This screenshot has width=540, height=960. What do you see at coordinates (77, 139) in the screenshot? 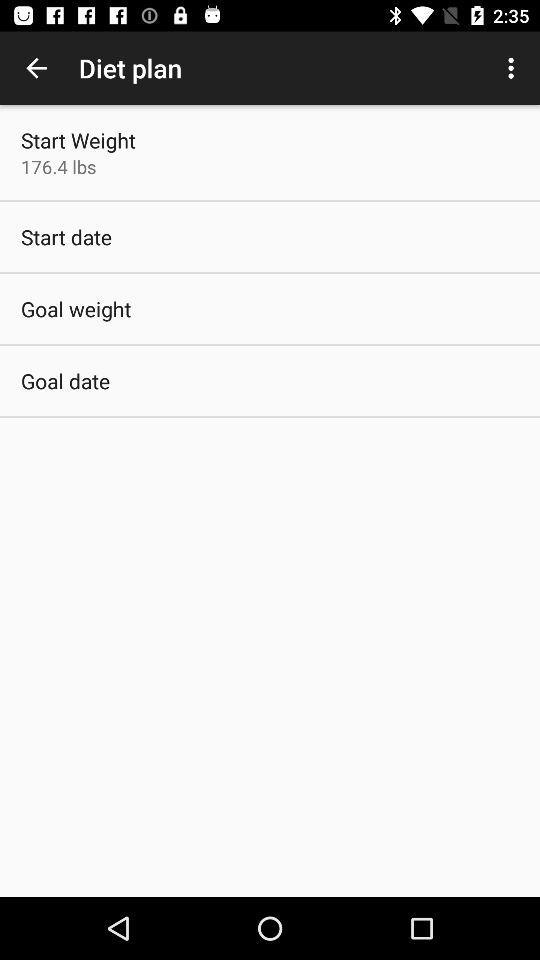
I see `the icon above the 176.4 lbs icon` at bounding box center [77, 139].